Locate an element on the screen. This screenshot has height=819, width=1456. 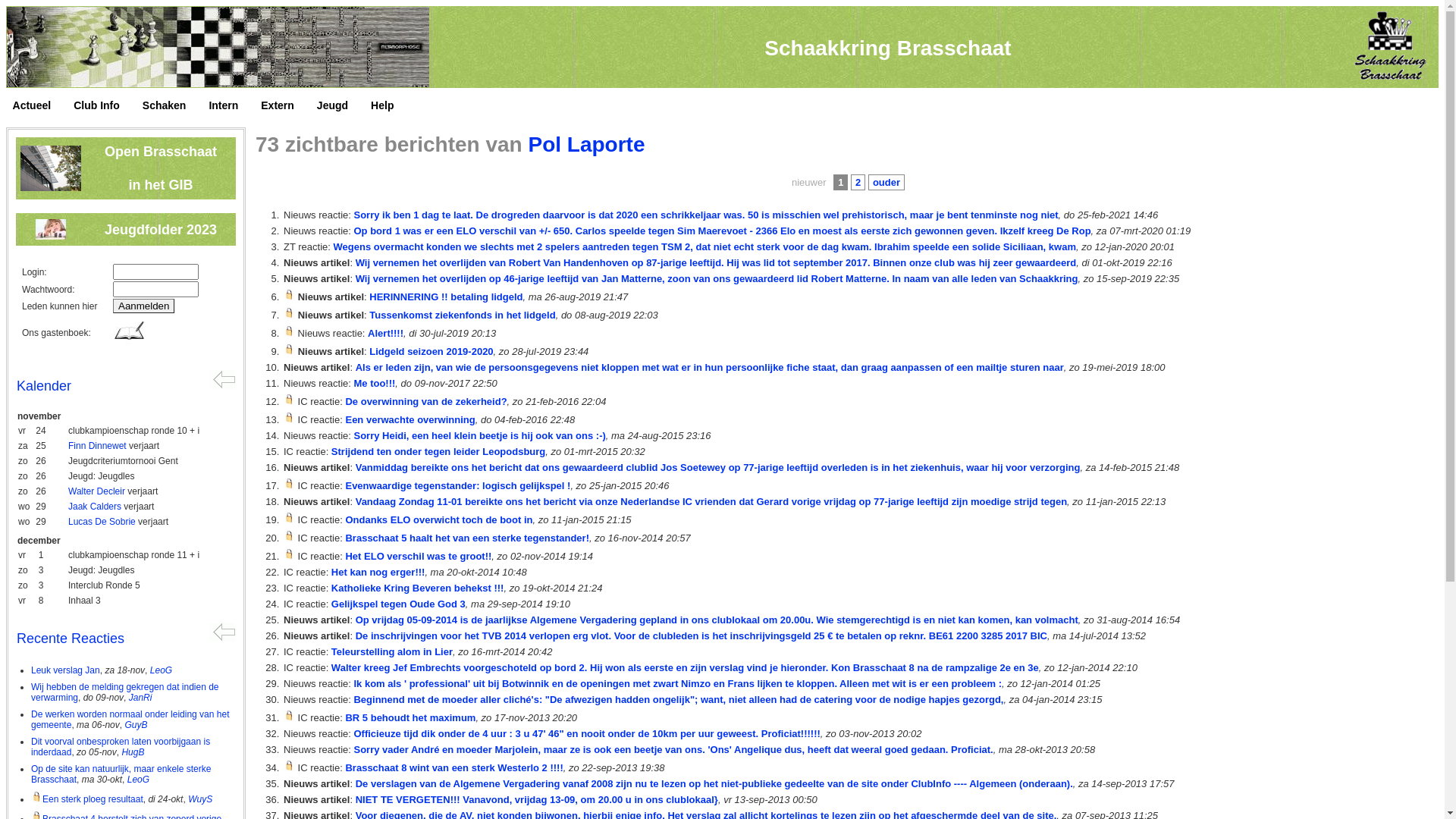
'Verberg de sidebar' is located at coordinates (221, 631).